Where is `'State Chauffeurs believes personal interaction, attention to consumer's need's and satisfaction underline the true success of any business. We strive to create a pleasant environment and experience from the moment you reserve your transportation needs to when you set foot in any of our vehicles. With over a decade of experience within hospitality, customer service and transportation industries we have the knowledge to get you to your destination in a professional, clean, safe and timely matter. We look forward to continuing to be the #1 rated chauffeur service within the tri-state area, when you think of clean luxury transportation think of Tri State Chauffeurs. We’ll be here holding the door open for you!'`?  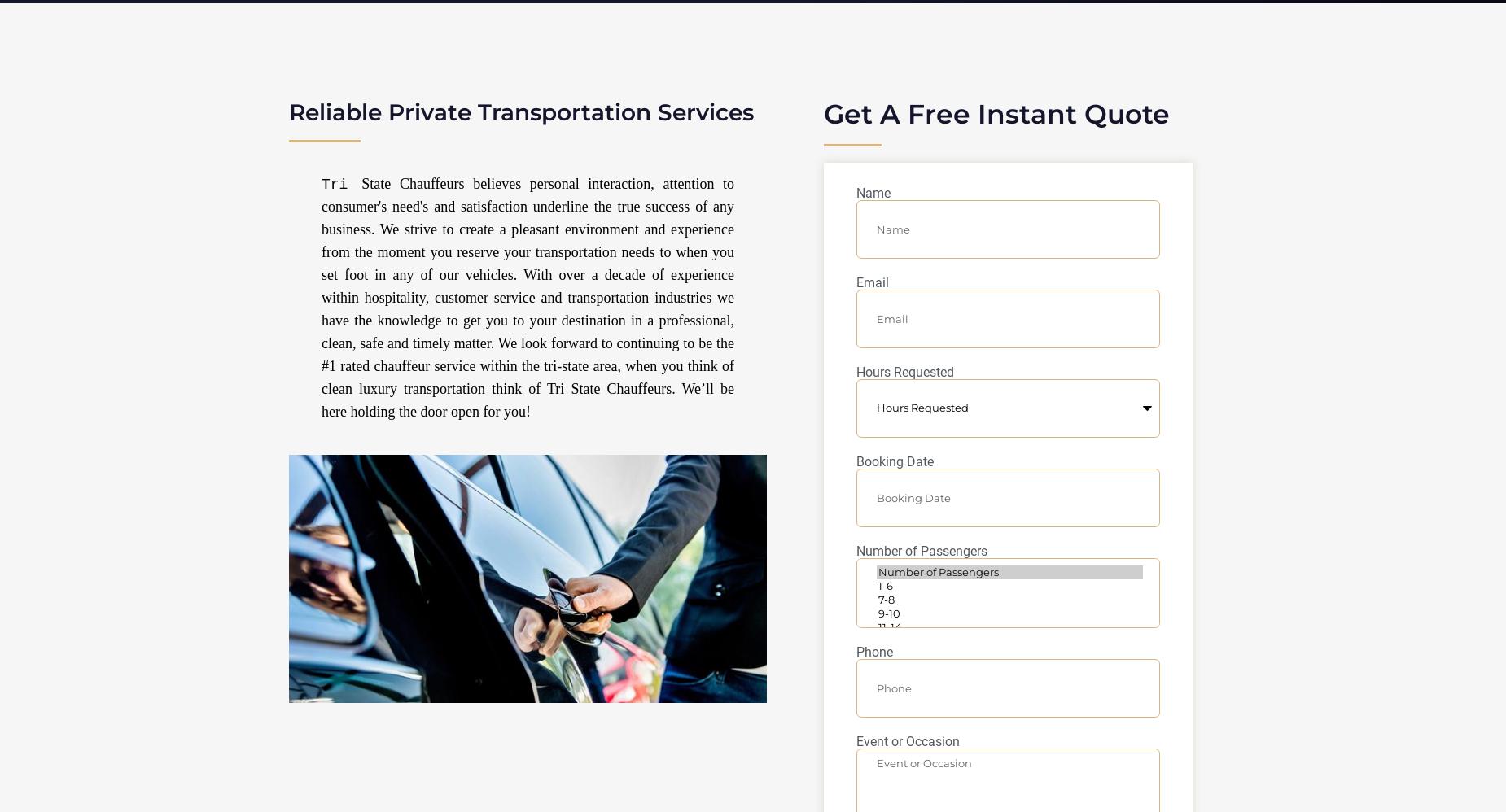 'State Chauffeurs believes personal interaction, attention to consumer's need's and satisfaction underline the true success of any business. We strive to create a pleasant environment and experience from the moment you reserve your transportation needs to when you set foot in any of our vehicles. With over a decade of experience within hospitality, customer service and transportation industries we have the knowledge to get you to your destination in a professional, clean, safe and timely matter. We look forward to continuing to be the #1 rated chauffeur service within the tri-state area, when you think of clean luxury transportation think of Tri State Chauffeurs. We’ll be here holding the door open for you!' is located at coordinates (529, 296).